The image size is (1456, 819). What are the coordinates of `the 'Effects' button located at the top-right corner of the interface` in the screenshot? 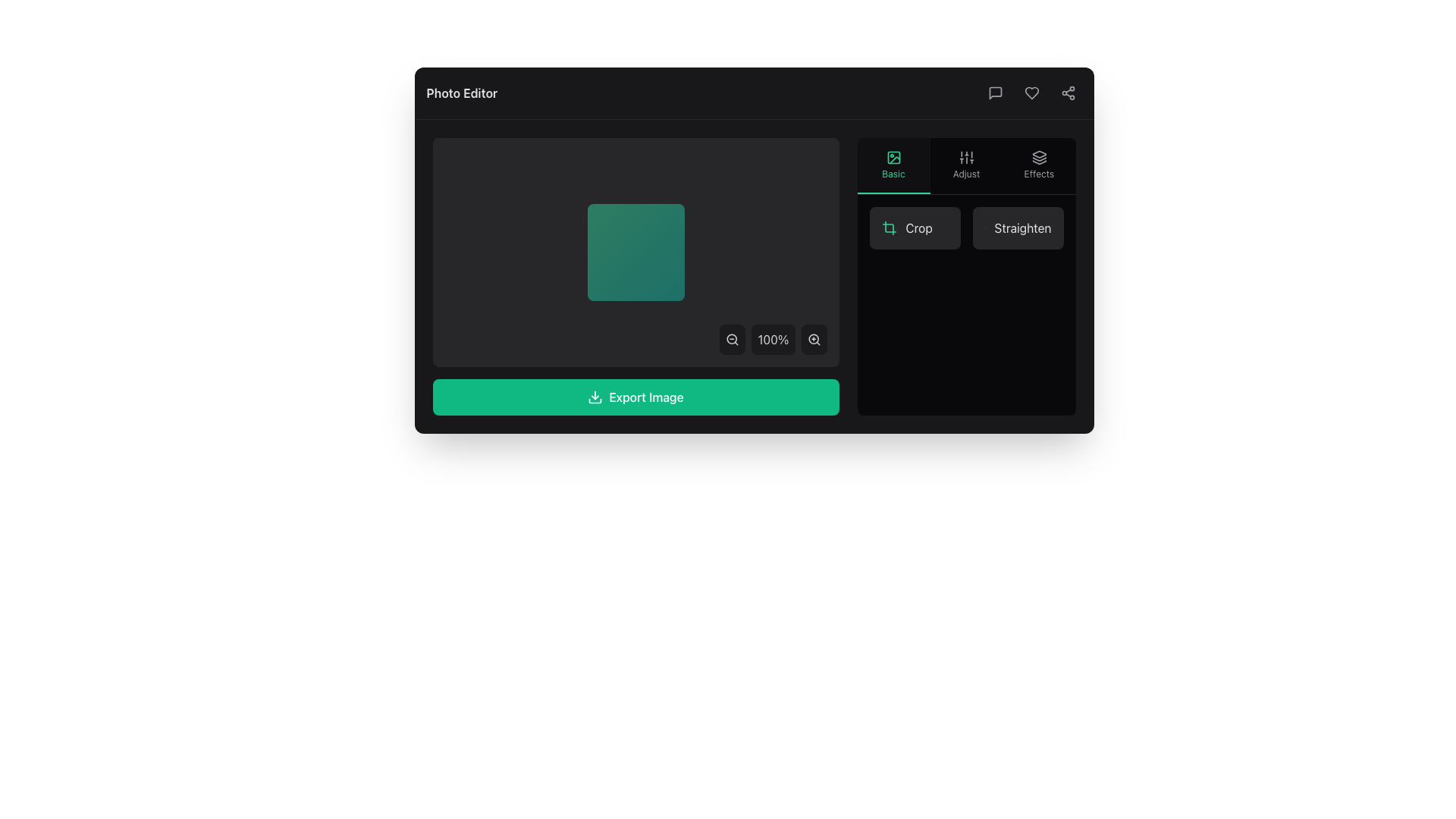 It's located at (1038, 166).